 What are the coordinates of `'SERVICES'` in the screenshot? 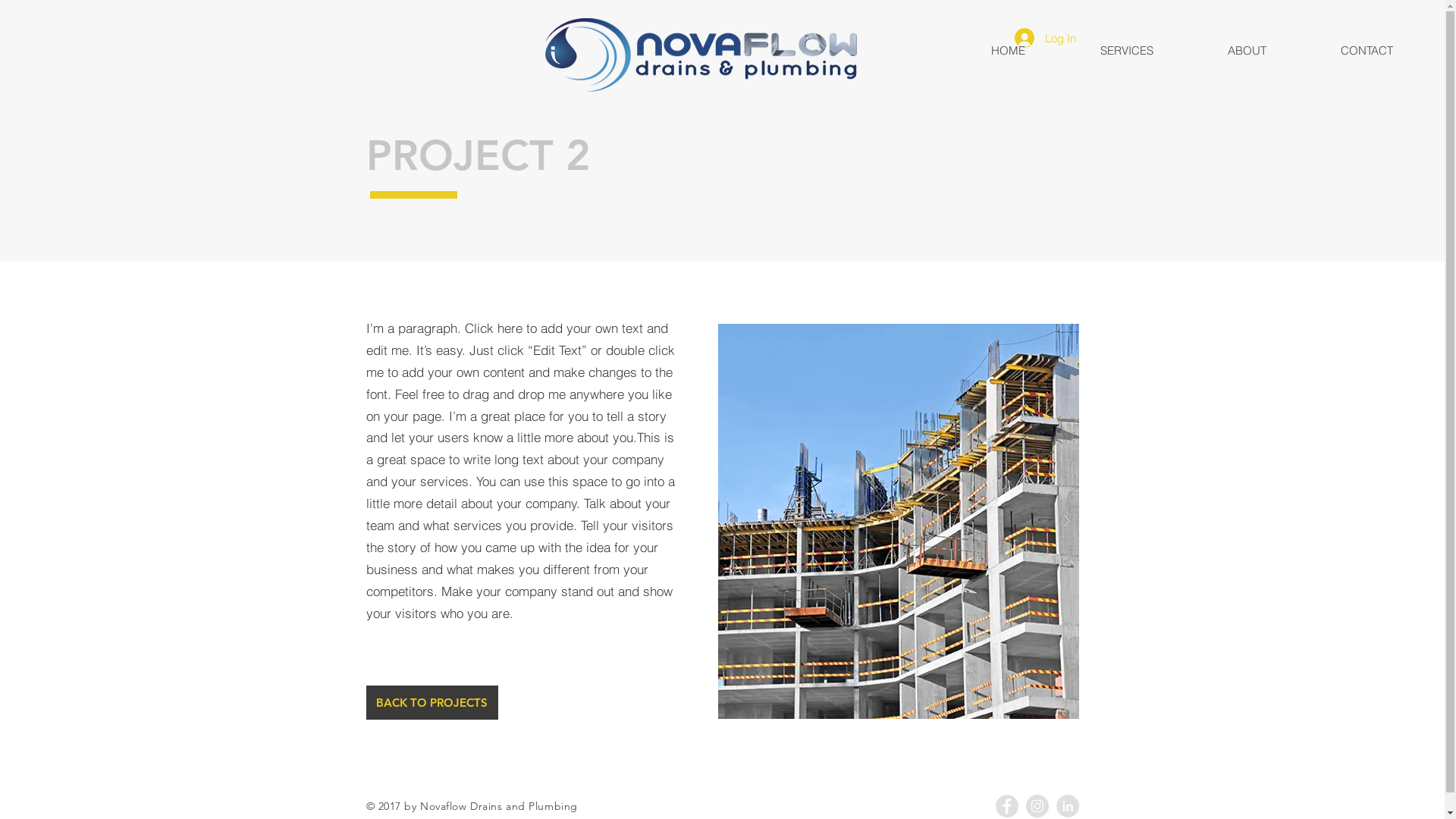 It's located at (1125, 49).